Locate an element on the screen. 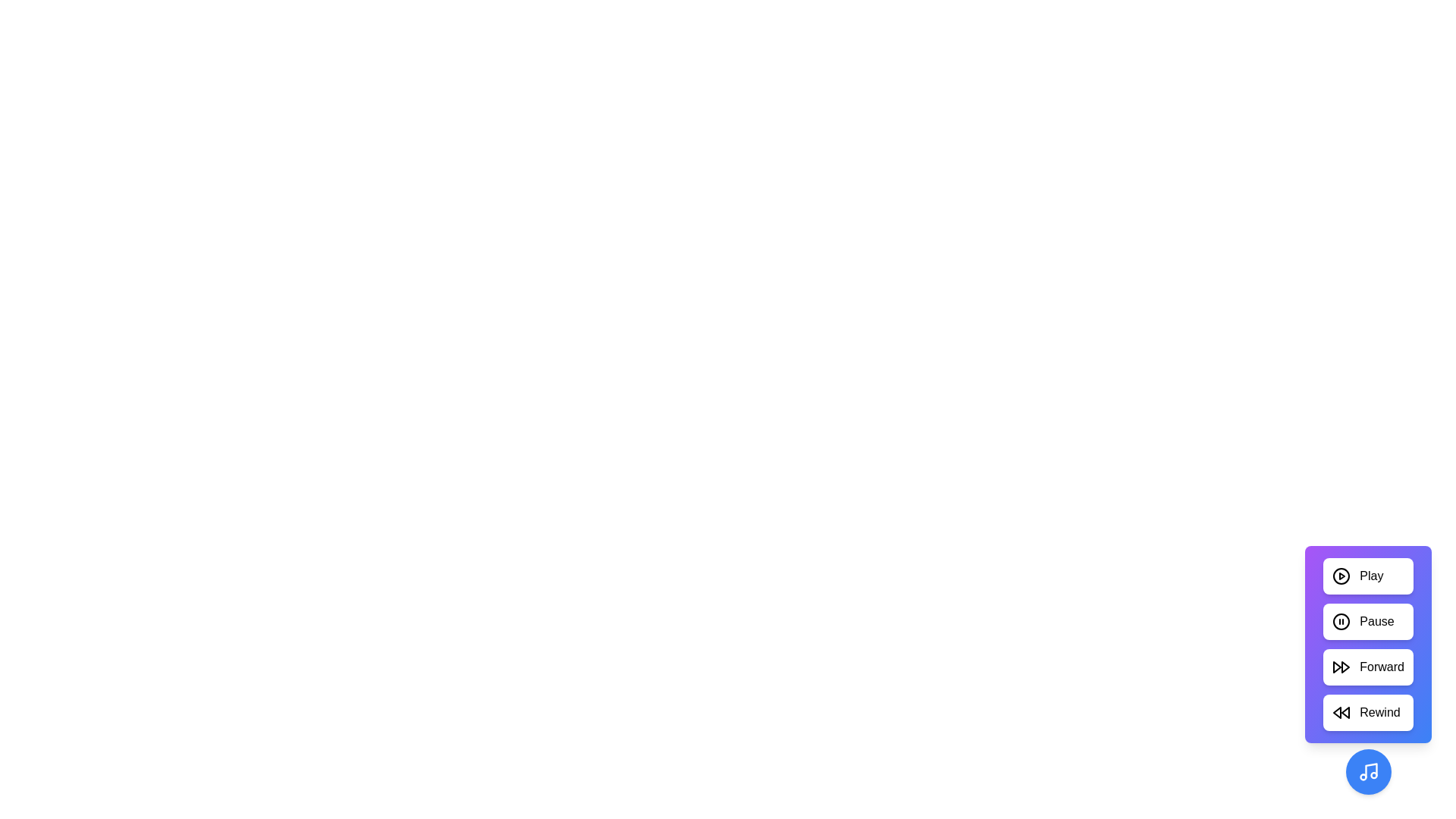 The image size is (1456, 819). the 'Rewind' button to activate the rewind action is located at coordinates (1368, 713).